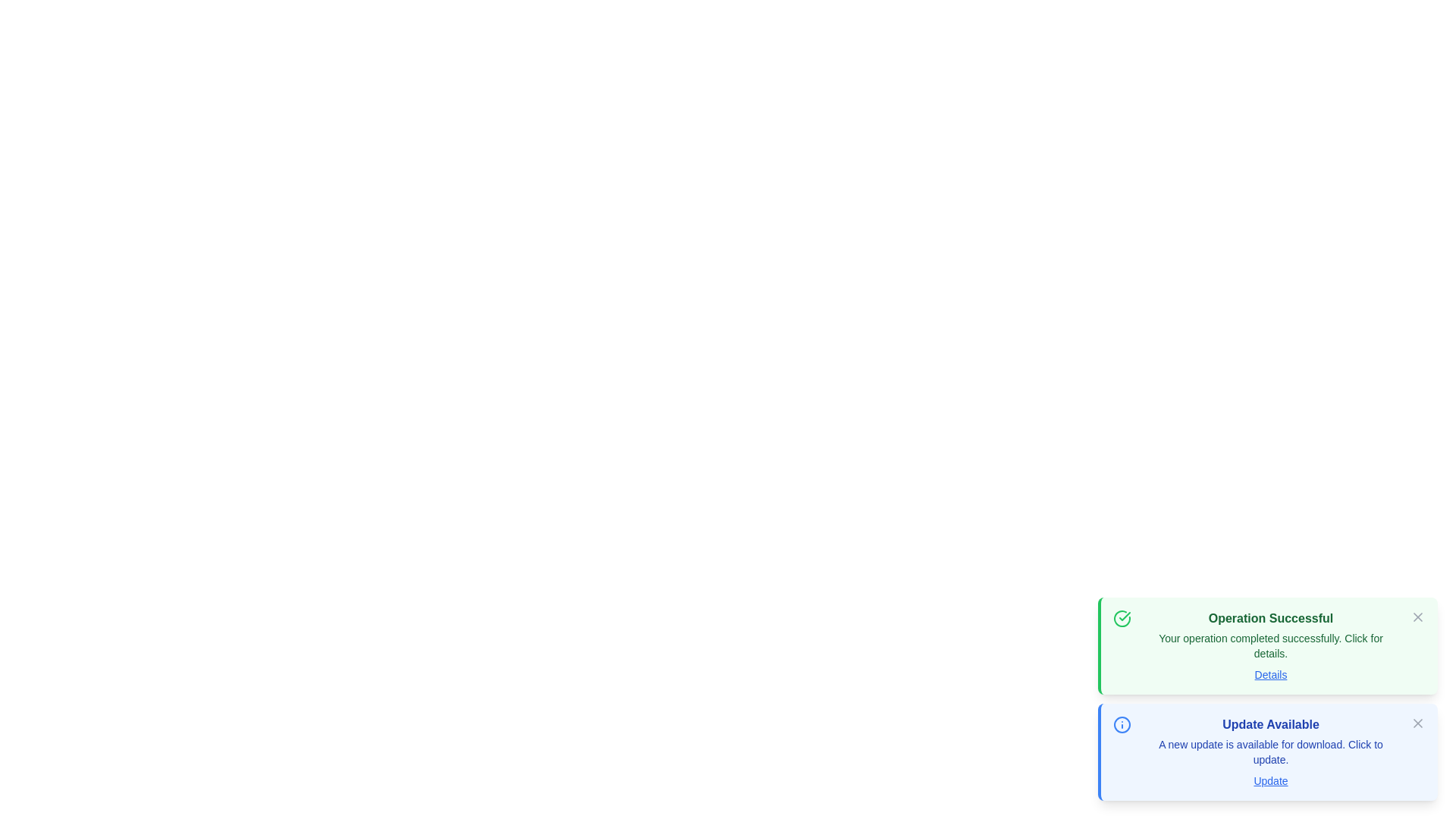 This screenshot has height=819, width=1456. What do you see at coordinates (1270, 674) in the screenshot?
I see `the 'Details' hyperlink, which is styled with blue text and underlined, located at the bottom of a green notification box below the message 'Your operation completed successfully. Click for details.'` at bounding box center [1270, 674].